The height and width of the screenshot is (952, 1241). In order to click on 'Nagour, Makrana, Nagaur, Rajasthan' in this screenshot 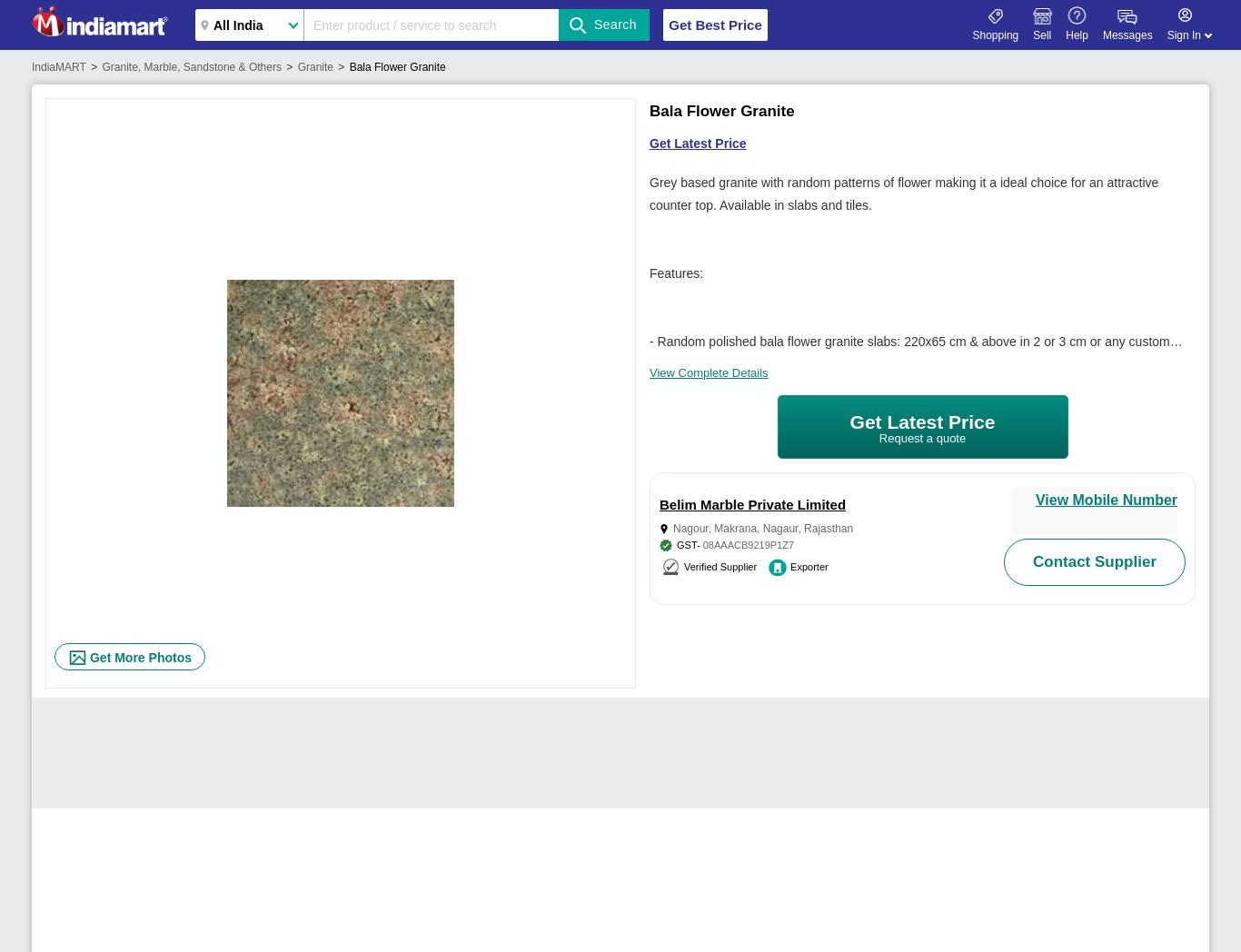, I will do `click(761, 528)`.